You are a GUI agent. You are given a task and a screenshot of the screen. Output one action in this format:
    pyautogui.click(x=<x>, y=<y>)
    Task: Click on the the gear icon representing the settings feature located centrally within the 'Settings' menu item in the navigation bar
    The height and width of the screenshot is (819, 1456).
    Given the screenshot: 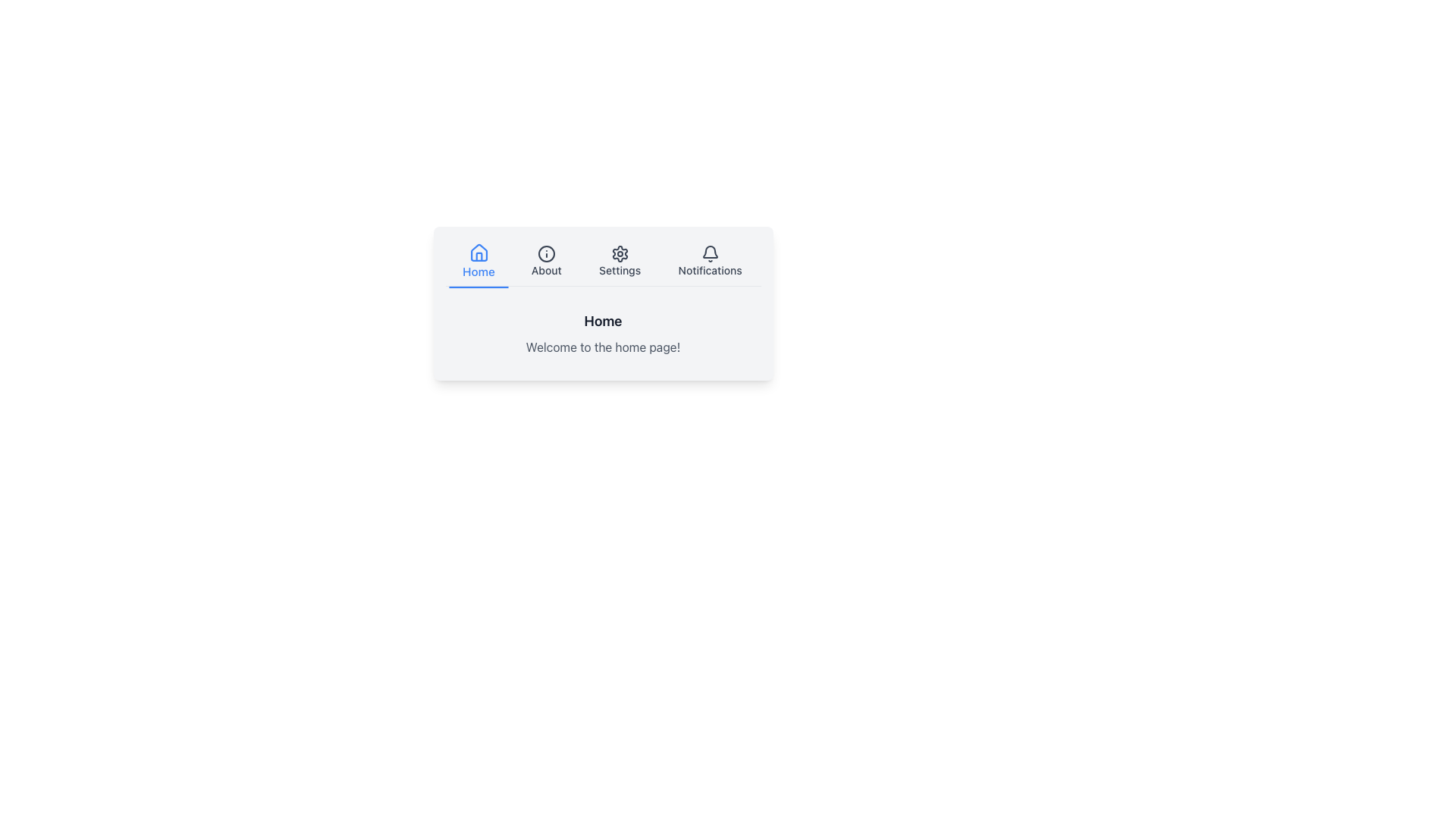 What is the action you would take?
    pyautogui.click(x=620, y=253)
    